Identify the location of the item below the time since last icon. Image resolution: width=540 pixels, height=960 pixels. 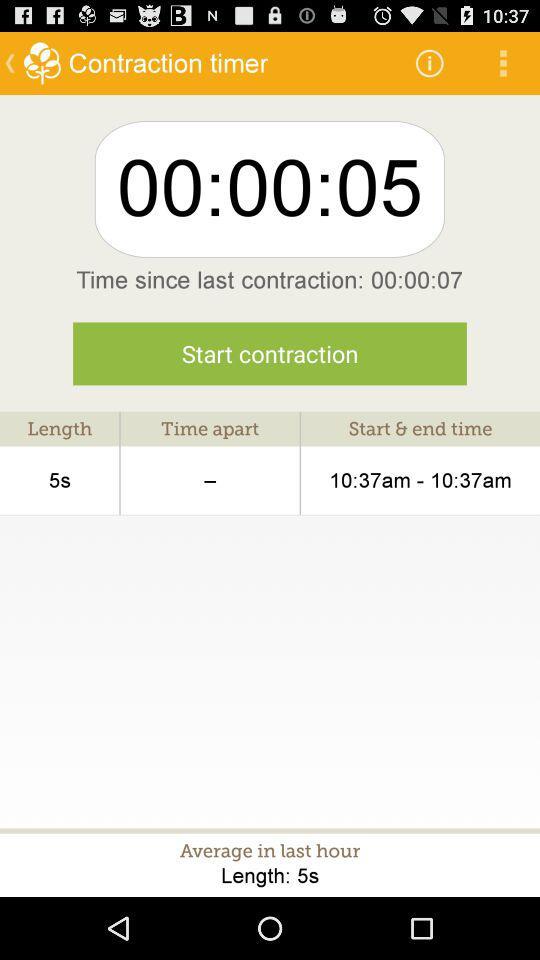
(270, 353).